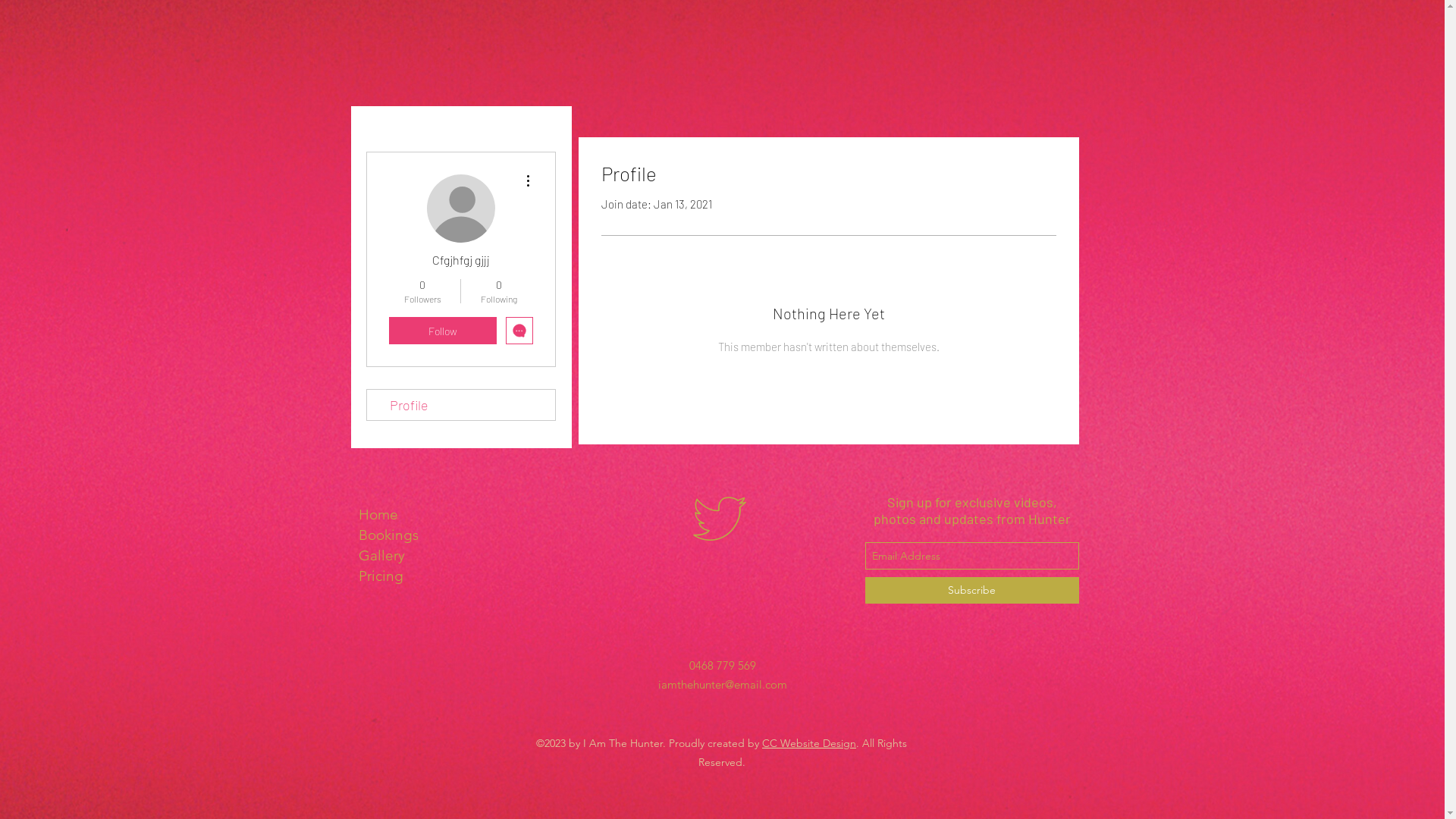 The width and height of the screenshot is (1456, 819). Describe the element at coordinates (425, 513) in the screenshot. I see `'Home'` at that location.